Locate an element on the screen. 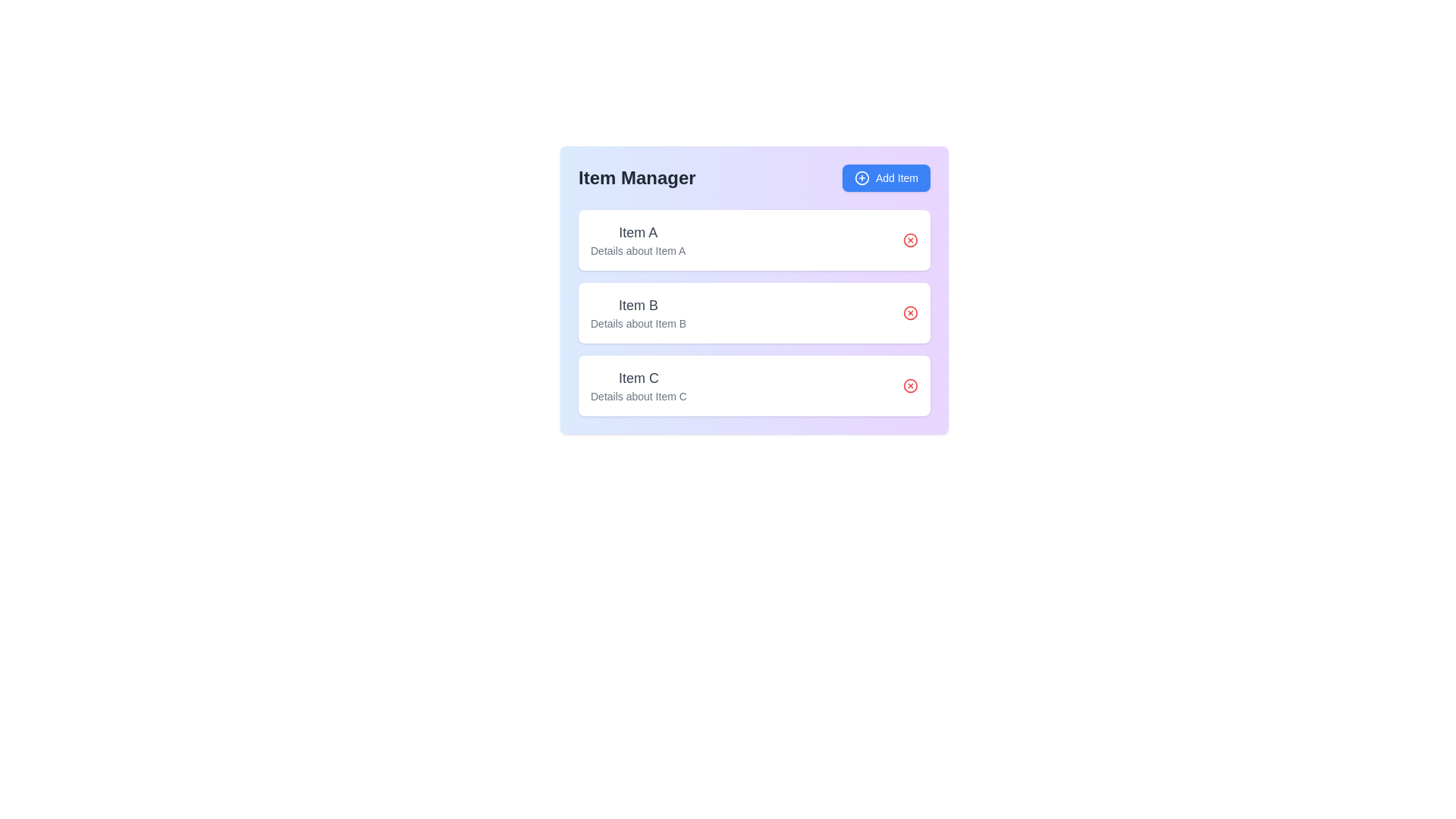 The width and height of the screenshot is (1456, 819). delete button for the item with name Item B is located at coordinates (910, 312).